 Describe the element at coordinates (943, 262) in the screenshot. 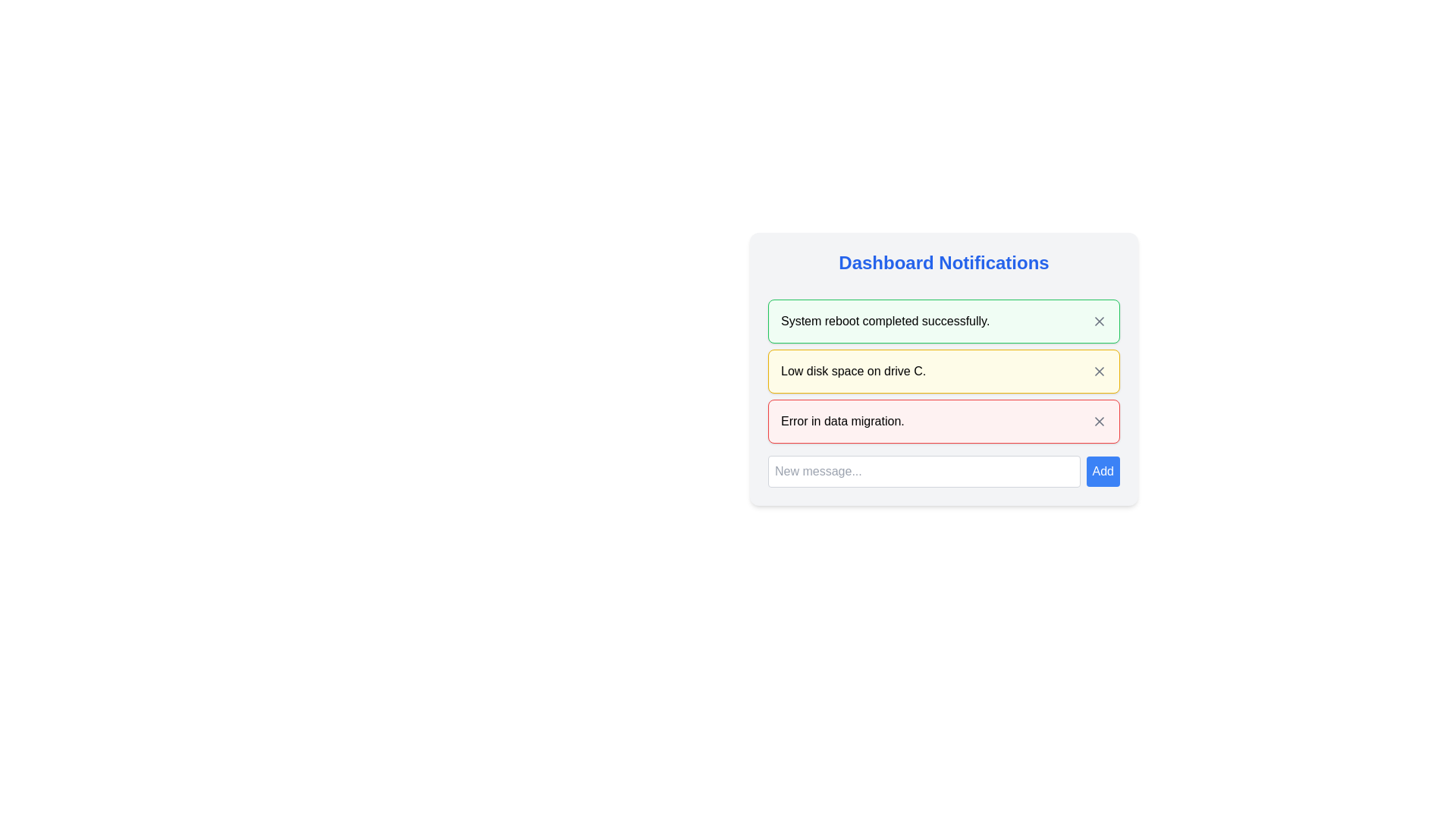

I see `the text label styled in large, bold blue font that reads 'Dashboard Notifications', located at the top of the notification card component` at that location.